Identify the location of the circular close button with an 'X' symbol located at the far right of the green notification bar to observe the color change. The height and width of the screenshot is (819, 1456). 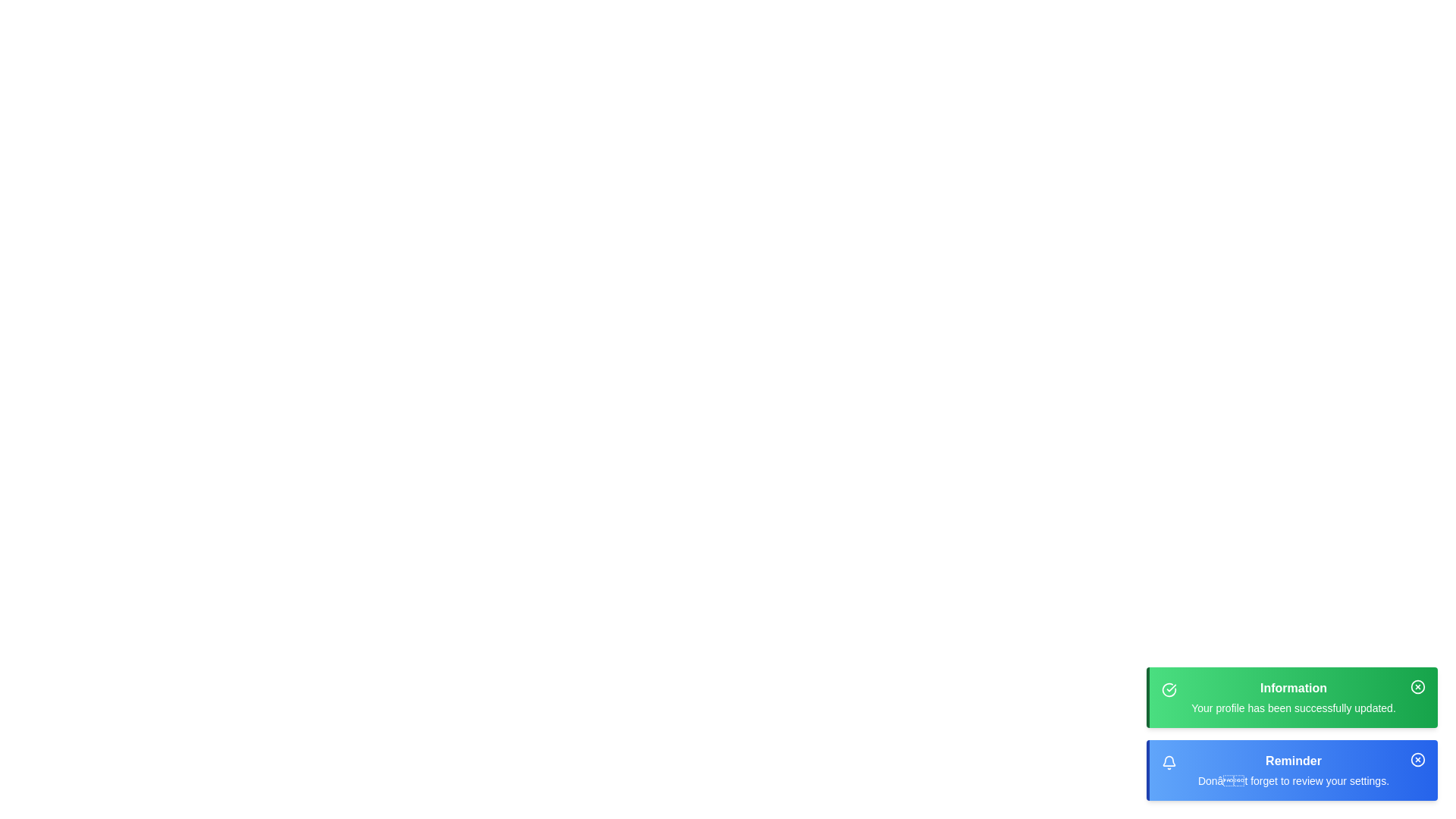
(1417, 687).